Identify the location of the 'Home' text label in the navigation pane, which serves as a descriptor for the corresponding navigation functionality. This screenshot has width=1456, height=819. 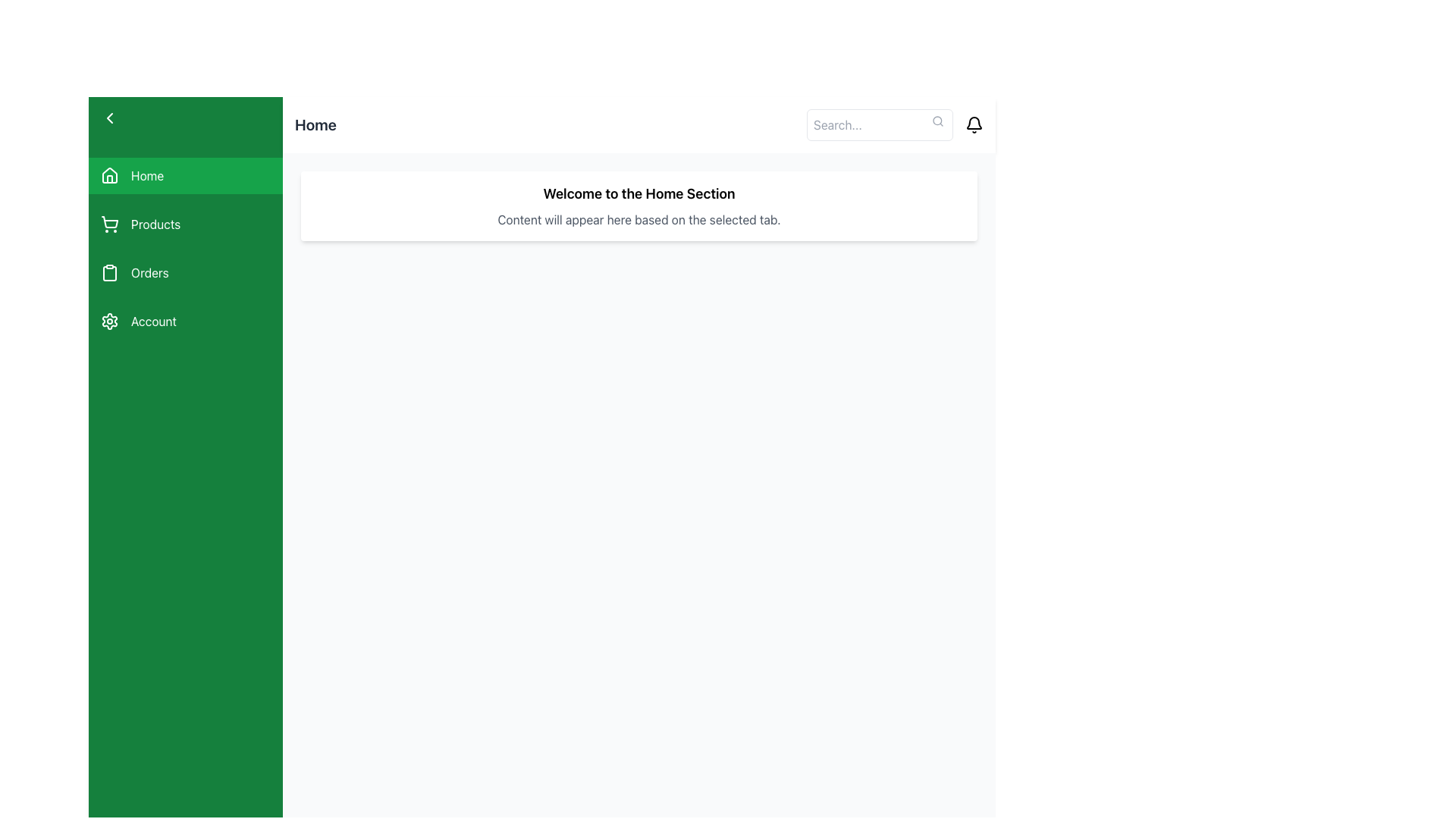
(147, 174).